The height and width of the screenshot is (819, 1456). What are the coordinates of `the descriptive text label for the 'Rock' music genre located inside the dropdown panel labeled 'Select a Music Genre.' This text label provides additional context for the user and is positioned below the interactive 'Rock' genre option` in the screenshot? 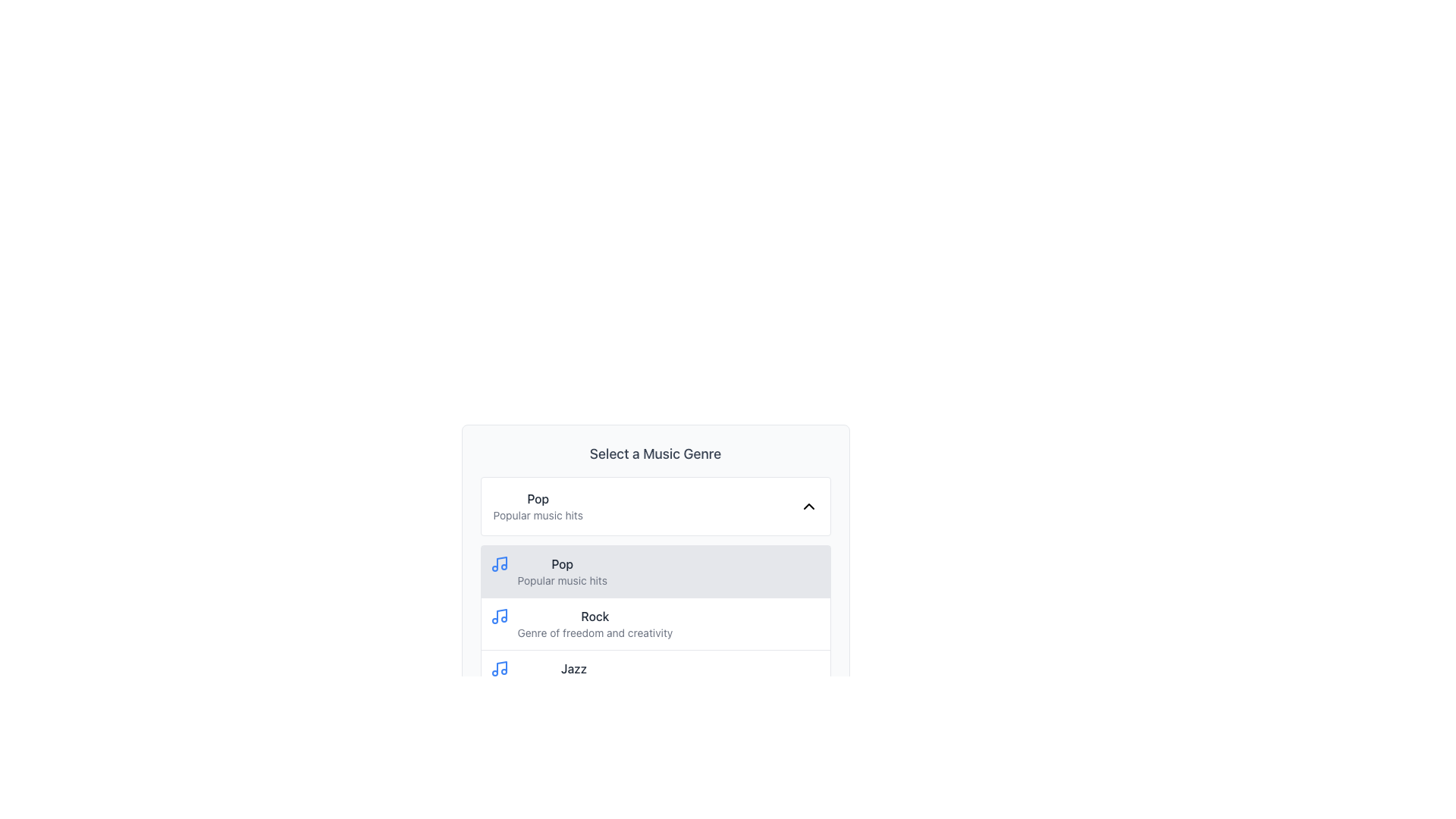 It's located at (594, 632).